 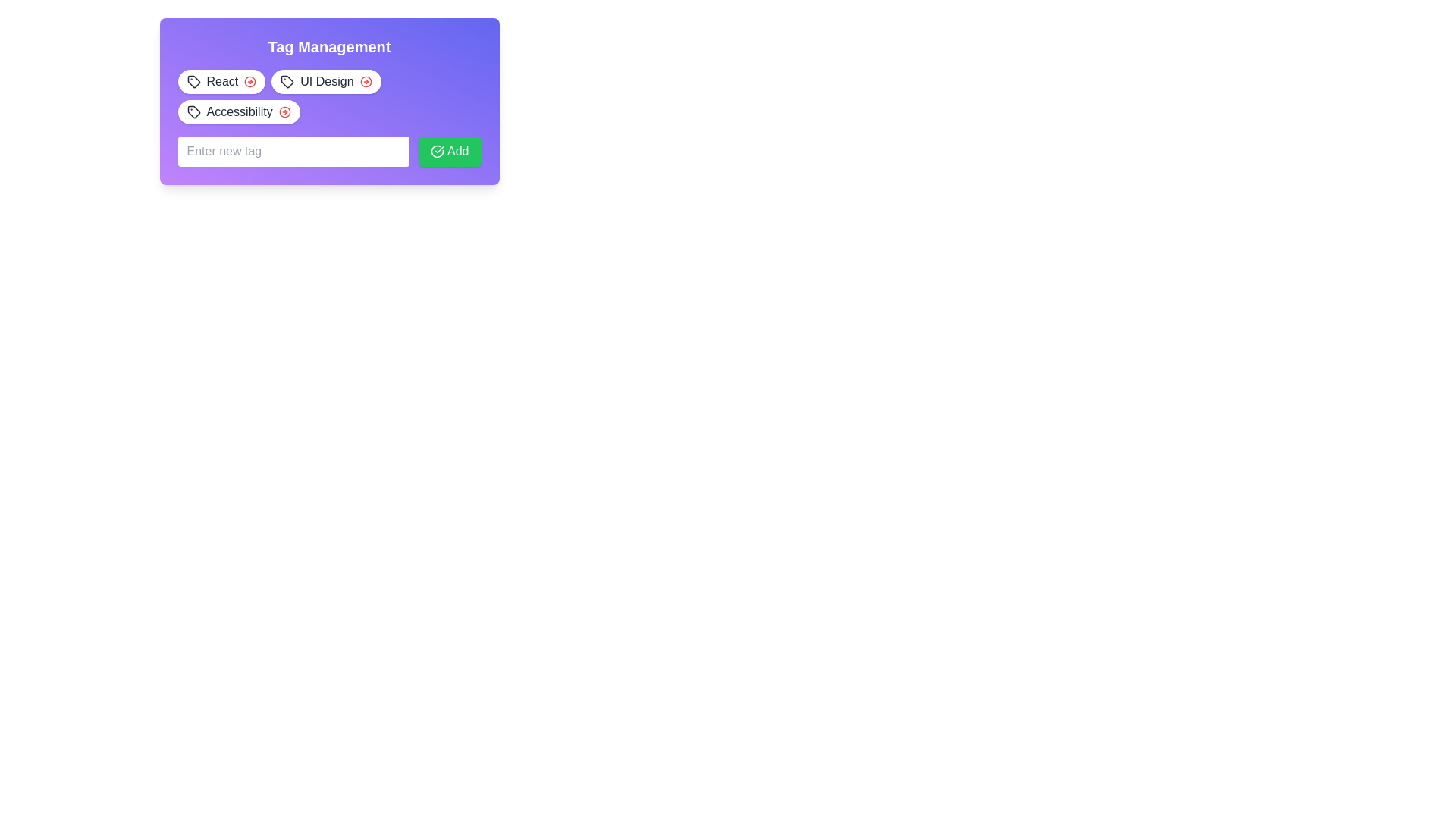 I want to click on the close button located at the right end of the 'UI Design' tag, so click(x=366, y=82).